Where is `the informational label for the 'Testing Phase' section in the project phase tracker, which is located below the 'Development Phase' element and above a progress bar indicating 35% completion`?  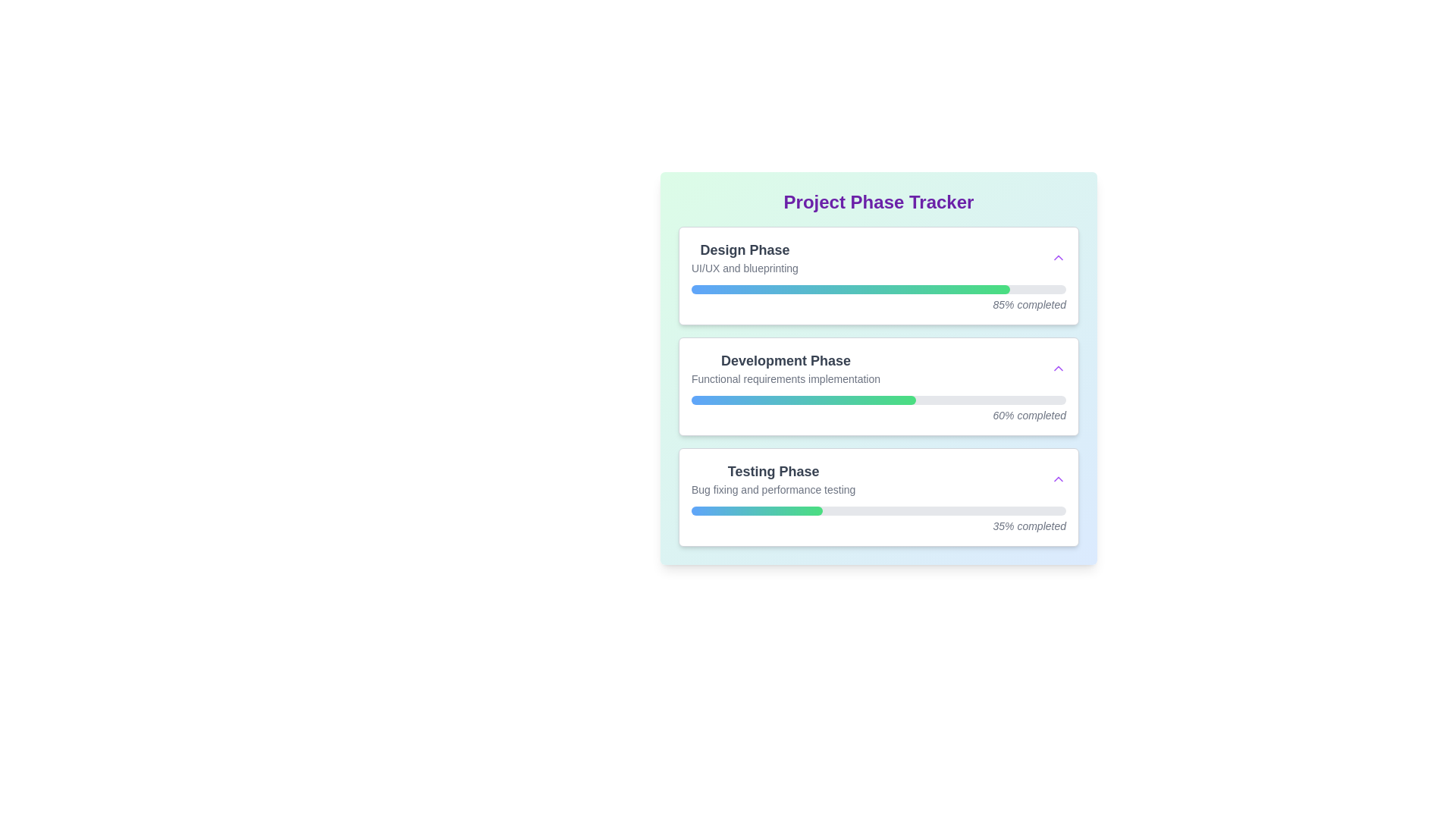 the informational label for the 'Testing Phase' section in the project phase tracker, which is located below the 'Development Phase' element and above a progress bar indicating 35% completion is located at coordinates (773, 479).